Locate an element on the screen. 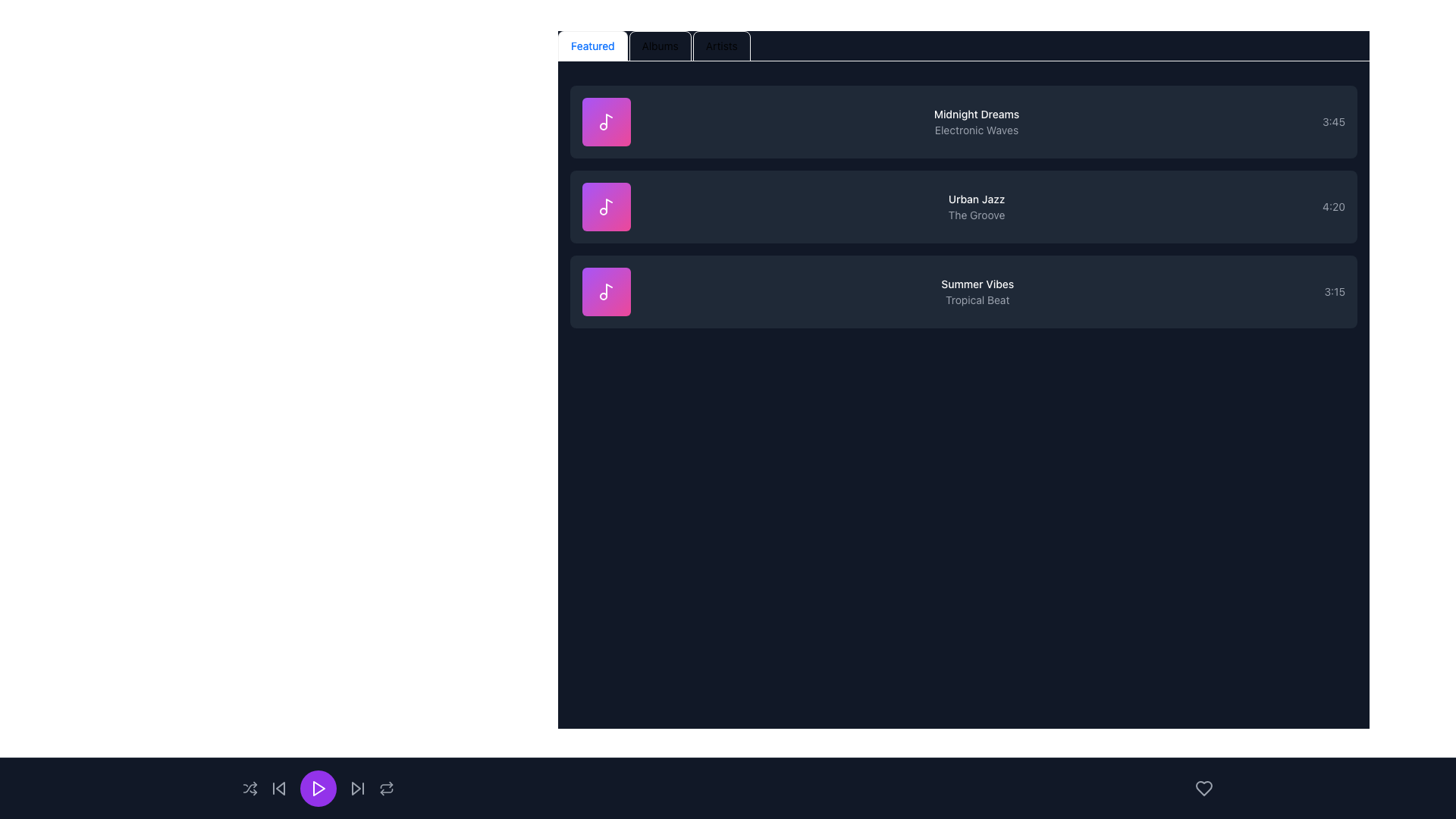 The height and width of the screenshot is (819, 1456). the skip-back button containing the left-pointing triangular icon, which is part of the playback controls at the bottom of the application interface is located at coordinates (280, 788).